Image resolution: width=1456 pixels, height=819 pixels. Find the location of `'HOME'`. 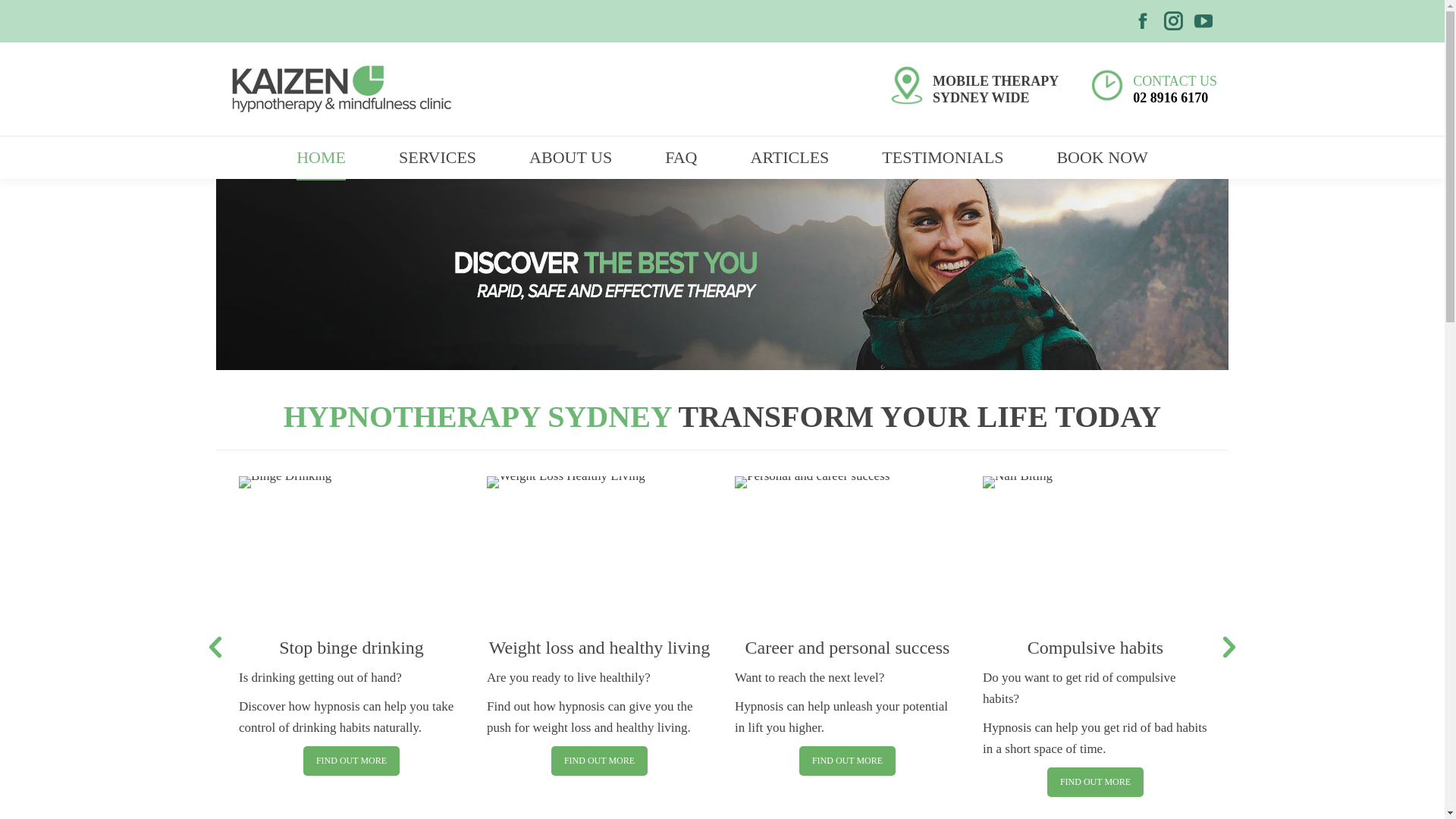

'HOME' is located at coordinates (320, 158).